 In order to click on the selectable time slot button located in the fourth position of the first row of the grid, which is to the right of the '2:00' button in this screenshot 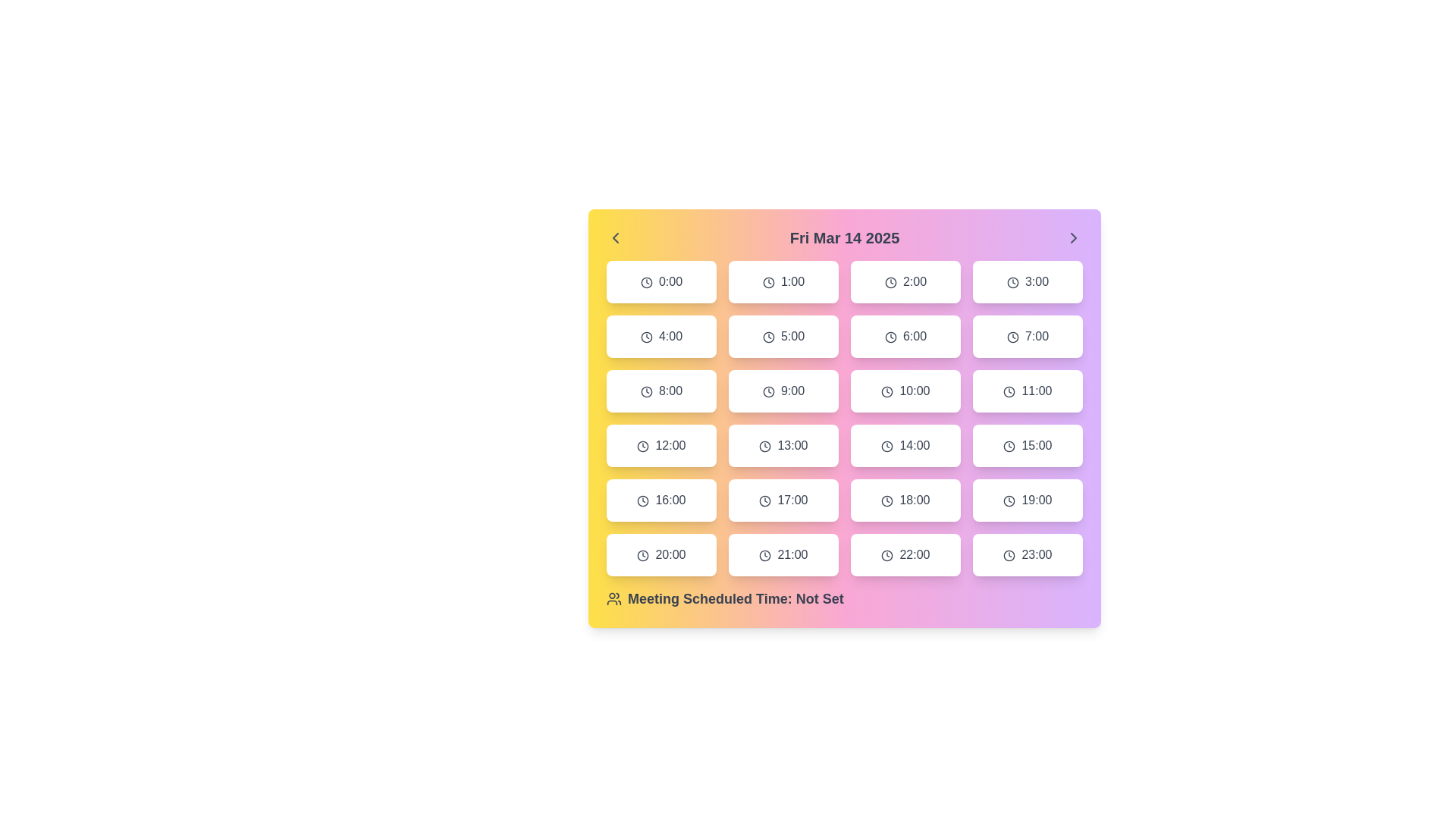, I will do `click(1028, 281)`.